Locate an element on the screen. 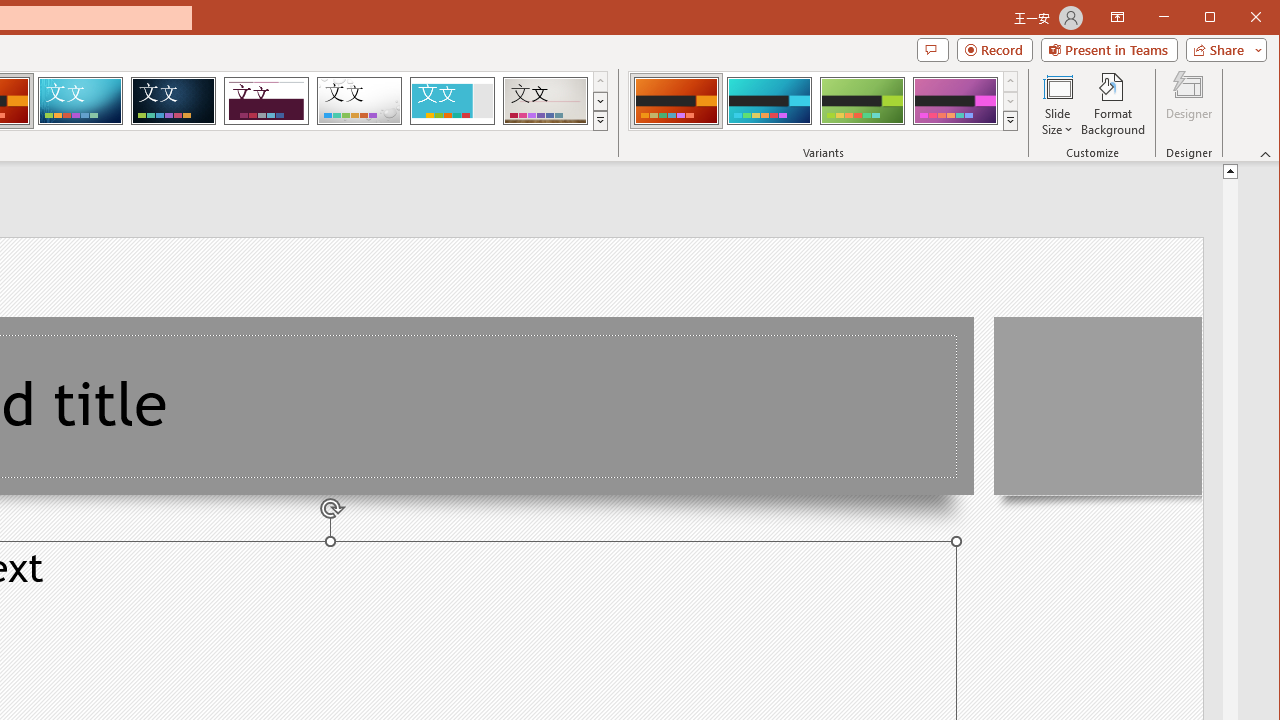  'Maximize' is located at coordinates (1238, 19).